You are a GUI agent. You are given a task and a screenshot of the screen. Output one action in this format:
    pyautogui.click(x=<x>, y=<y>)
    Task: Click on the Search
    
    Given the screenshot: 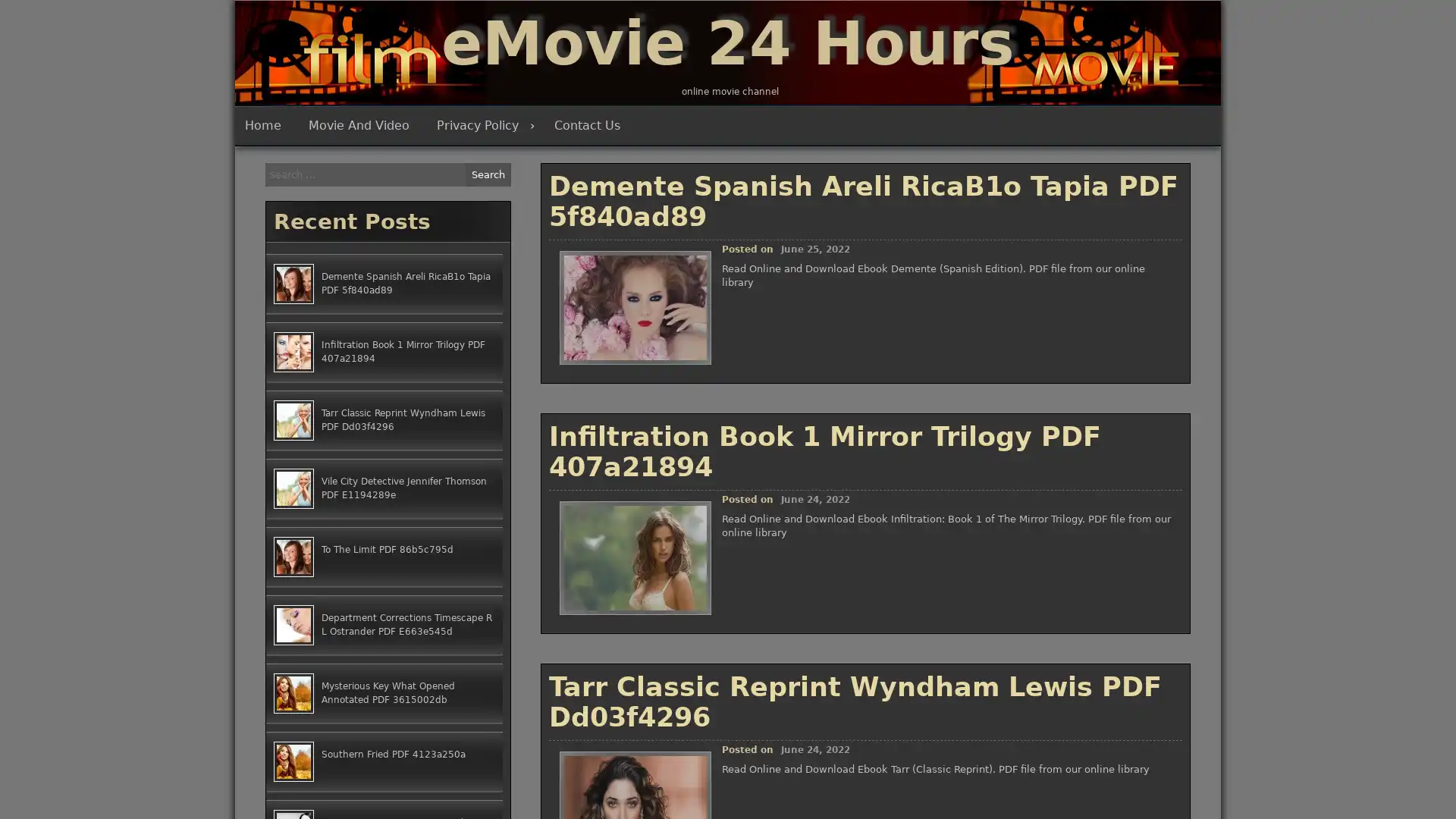 What is the action you would take?
    pyautogui.click(x=488, y=174)
    